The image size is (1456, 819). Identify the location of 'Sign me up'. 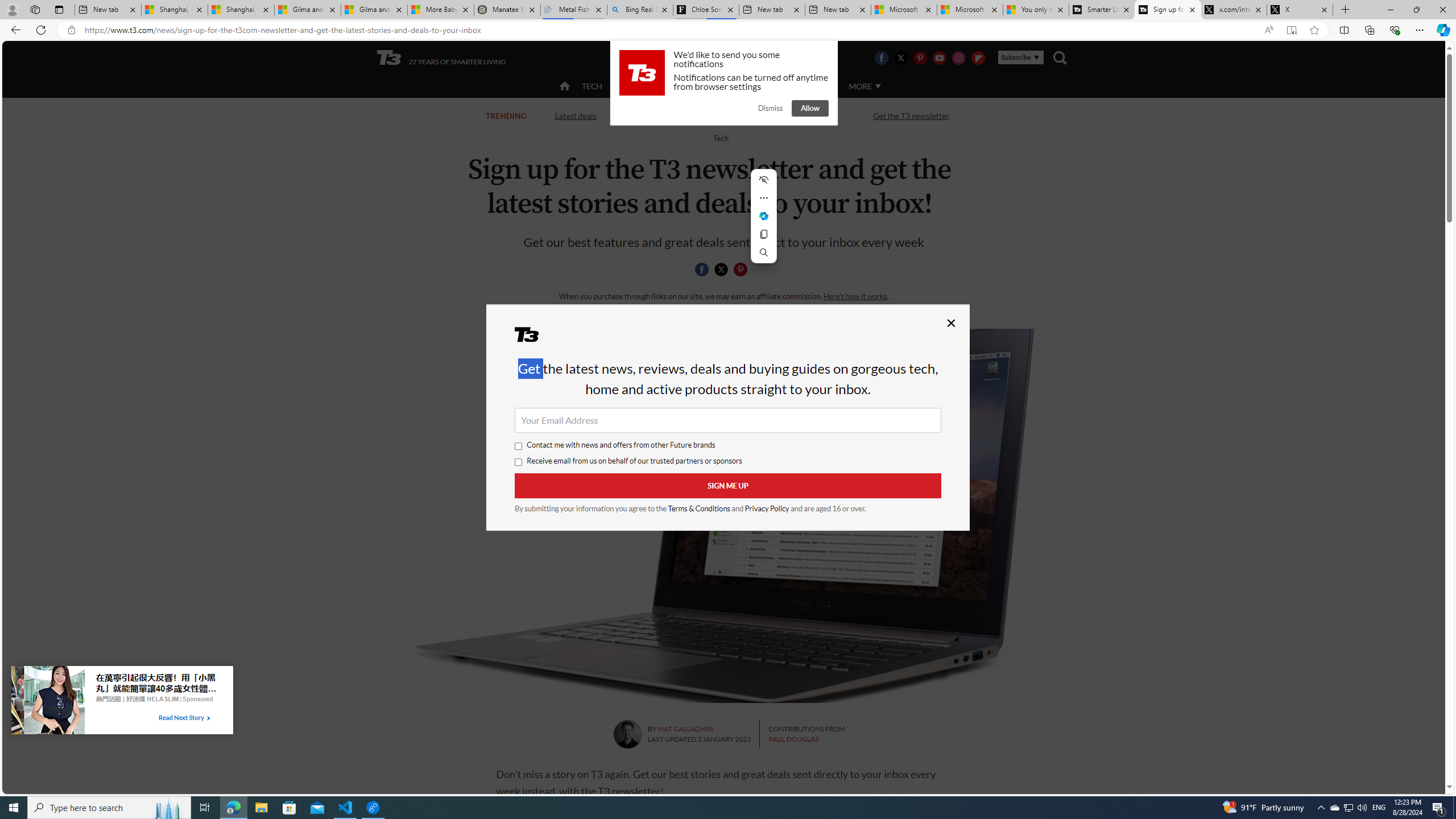
(728, 486).